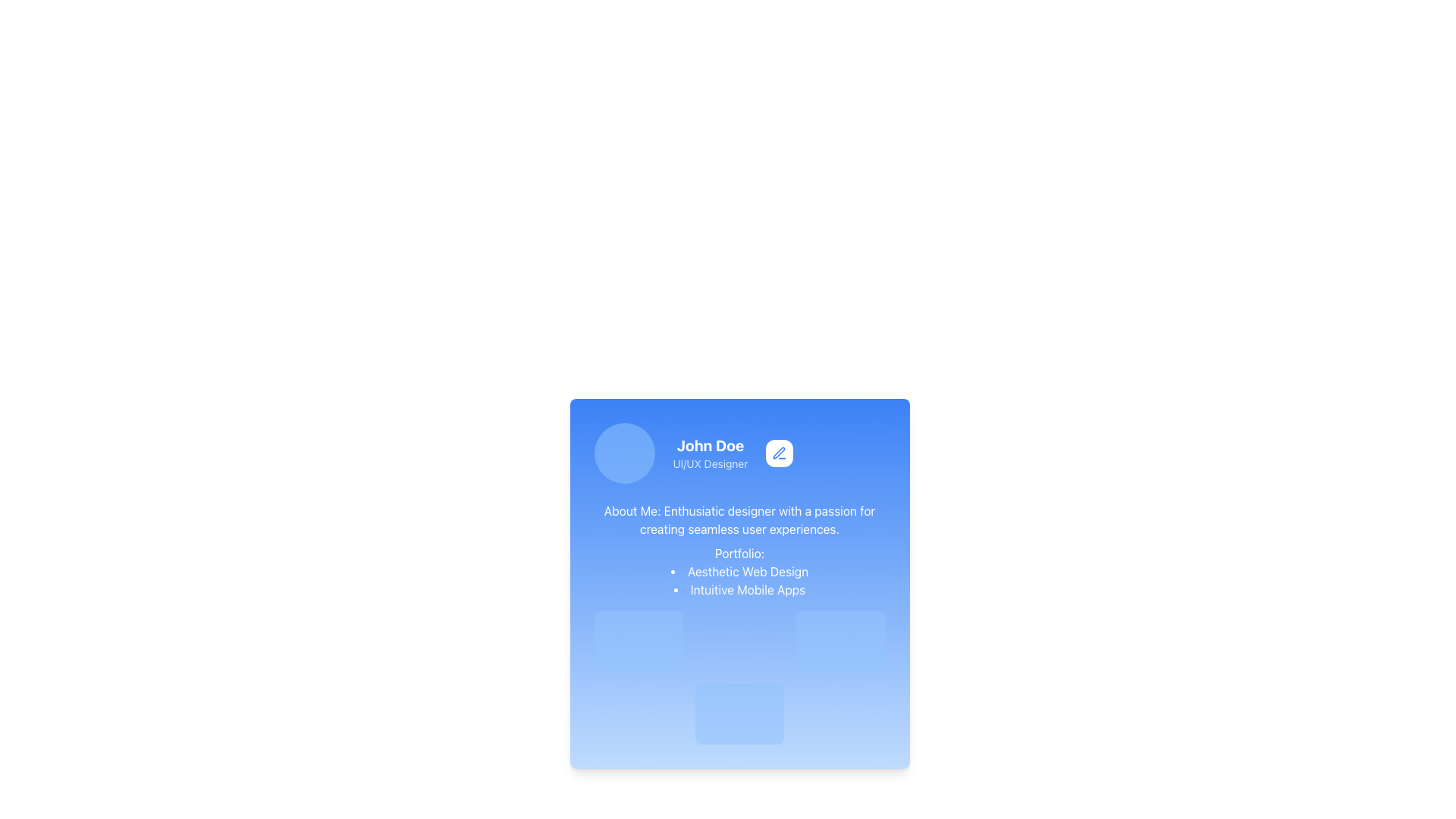 The width and height of the screenshot is (1456, 819). Describe the element at coordinates (739, 580) in the screenshot. I see `the bulleted list containing 'Aesthetic Web Design' and 'Intuitive Mobile Apps' styled in white text on a blue background, located in the lower section of the blue card` at that location.